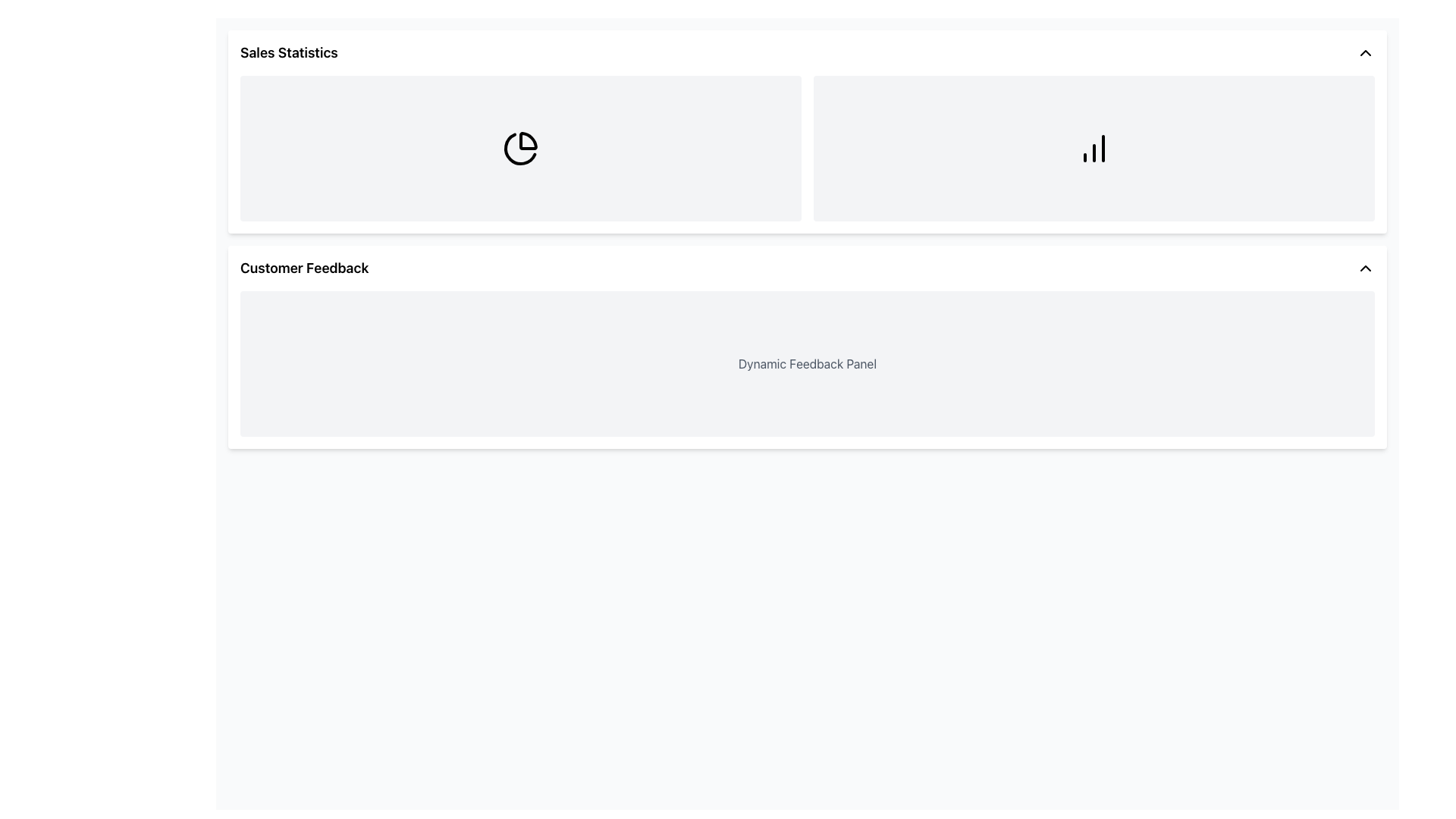 The width and height of the screenshot is (1456, 819). Describe the element at coordinates (1365, 52) in the screenshot. I see `the upward-pointing chevron icon located at the far-right edge of the 'Sales Statistics' section` at that location.